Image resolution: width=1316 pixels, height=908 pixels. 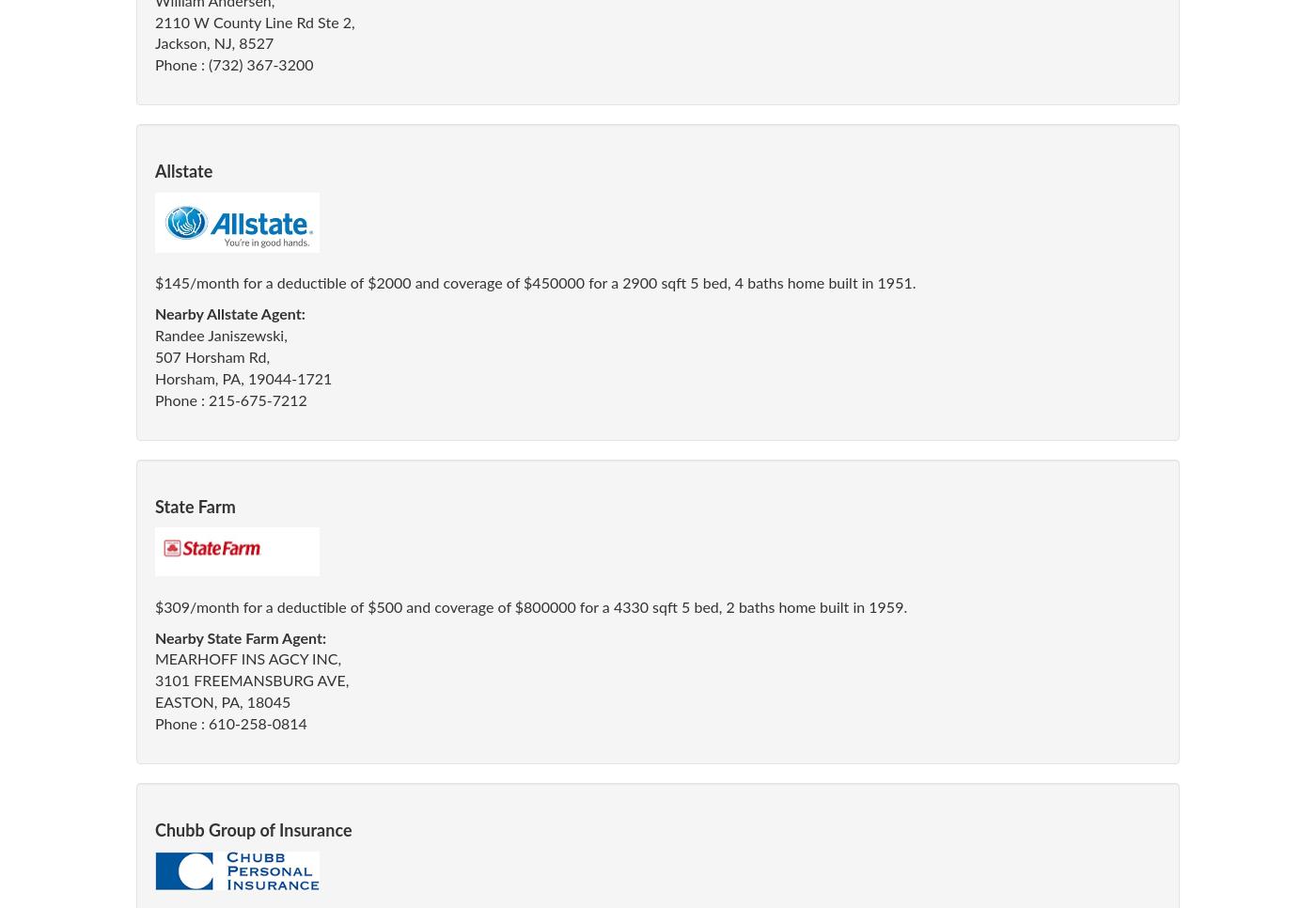 What do you see at coordinates (155, 357) in the screenshot?
I see `'507 Horsham Rd,'` at bounding box center [155, 357].